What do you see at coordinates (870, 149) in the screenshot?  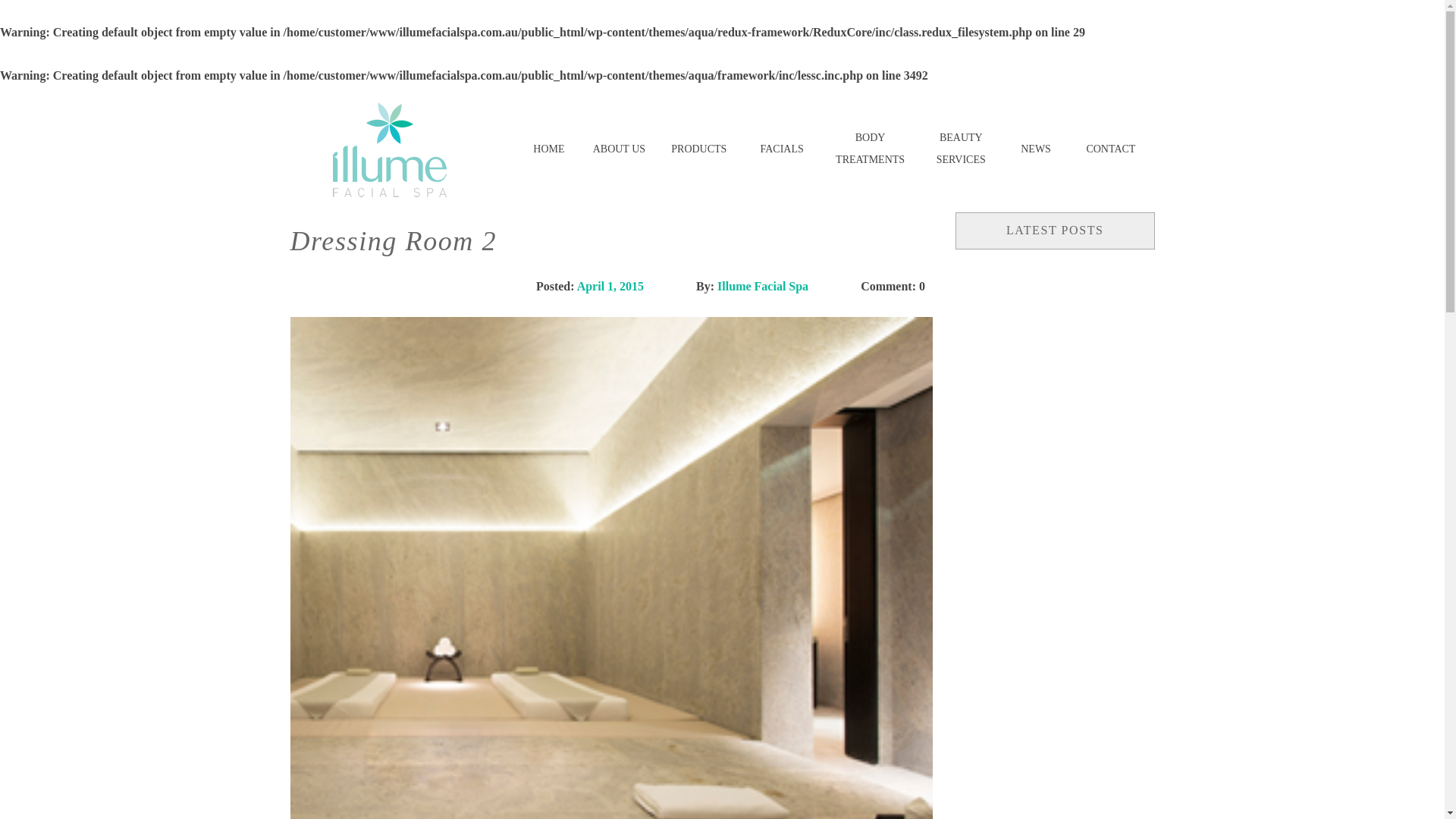 I see `'BODY TREATMENTS'` at bounding box center [870, 149].